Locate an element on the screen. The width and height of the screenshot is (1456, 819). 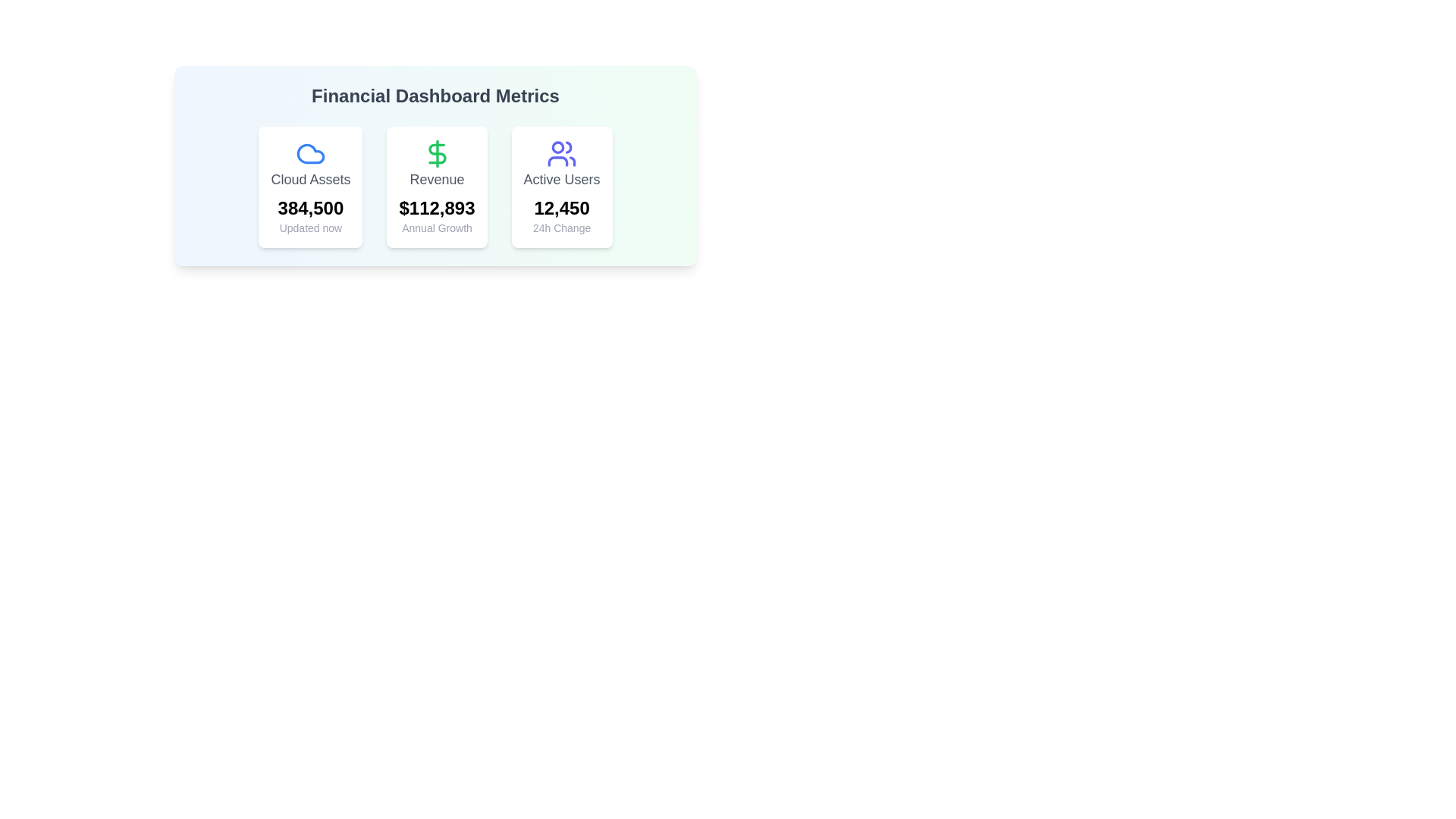
text content of the Text label displaying the cloud assets count, located in the first card of the dashboard, beneath the 'Cloud Assets' label and above the 'Updated now' caption is located at coordinates (309, 208).